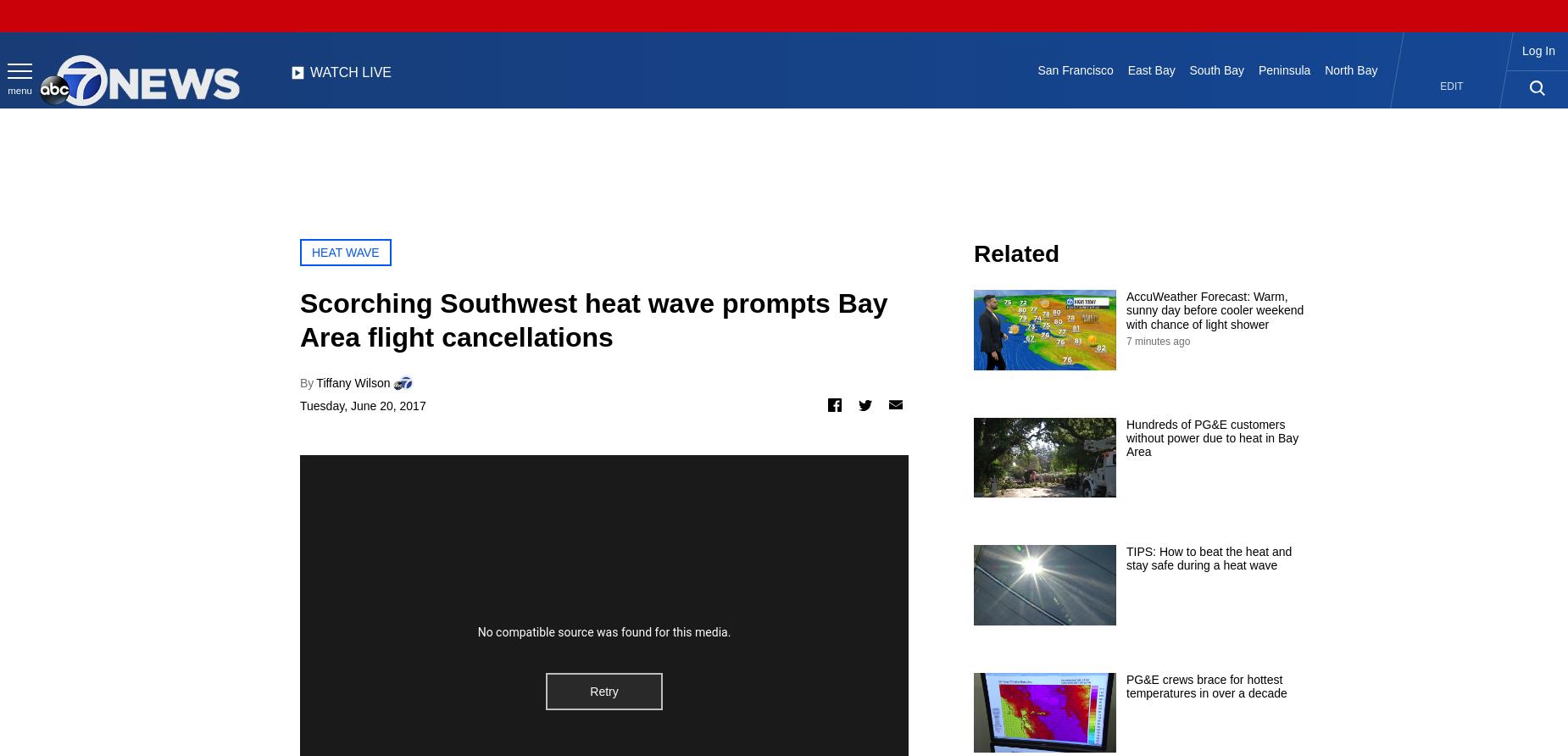 This screenshot has height=756, width=1568. Describe the element at coordinates (1538, 51) in the screenshot. I see `'Log In'` at that location.